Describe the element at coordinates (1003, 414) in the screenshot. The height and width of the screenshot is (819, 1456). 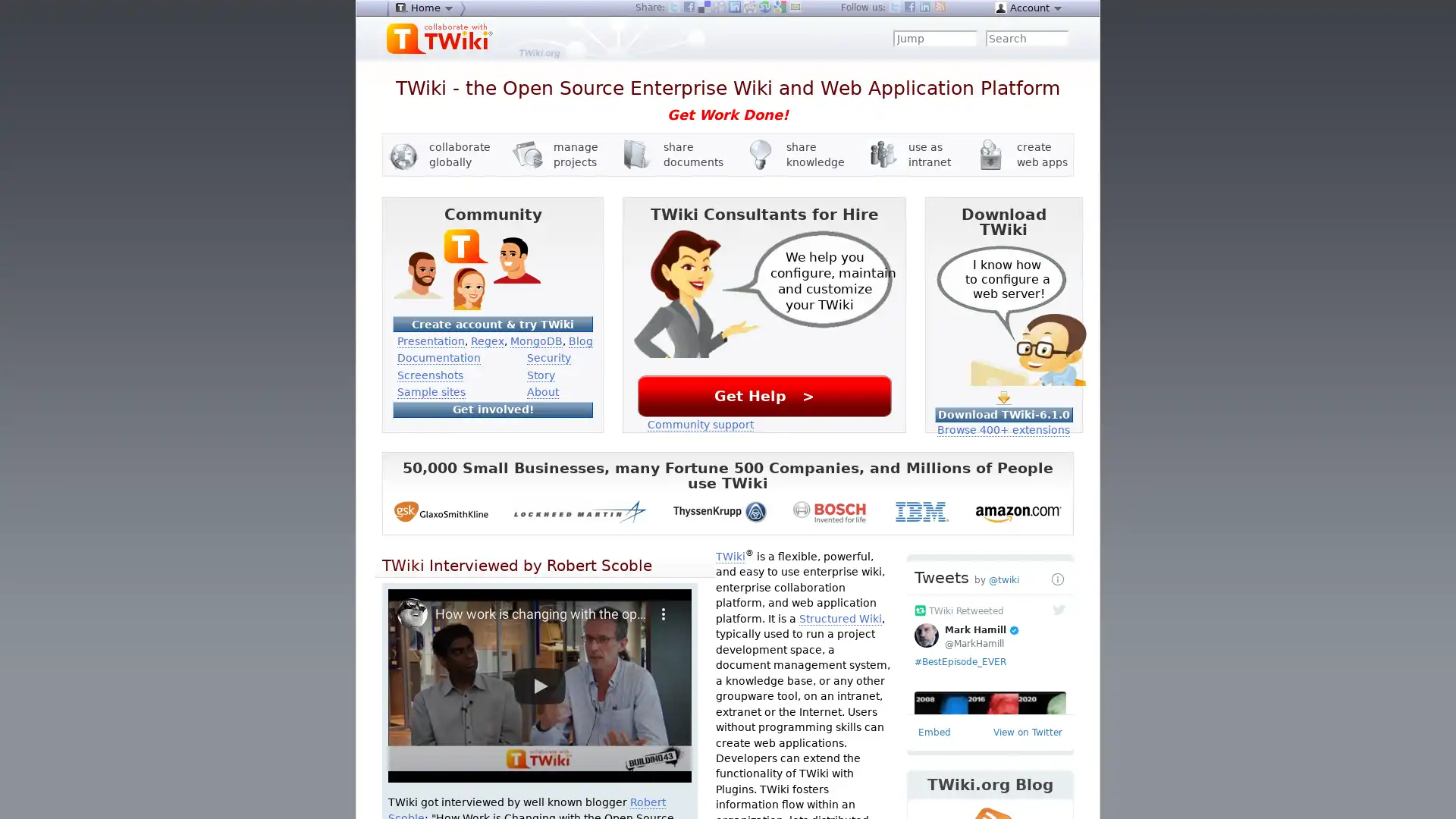
I see `Download TWiki-6.1.0` at that location.